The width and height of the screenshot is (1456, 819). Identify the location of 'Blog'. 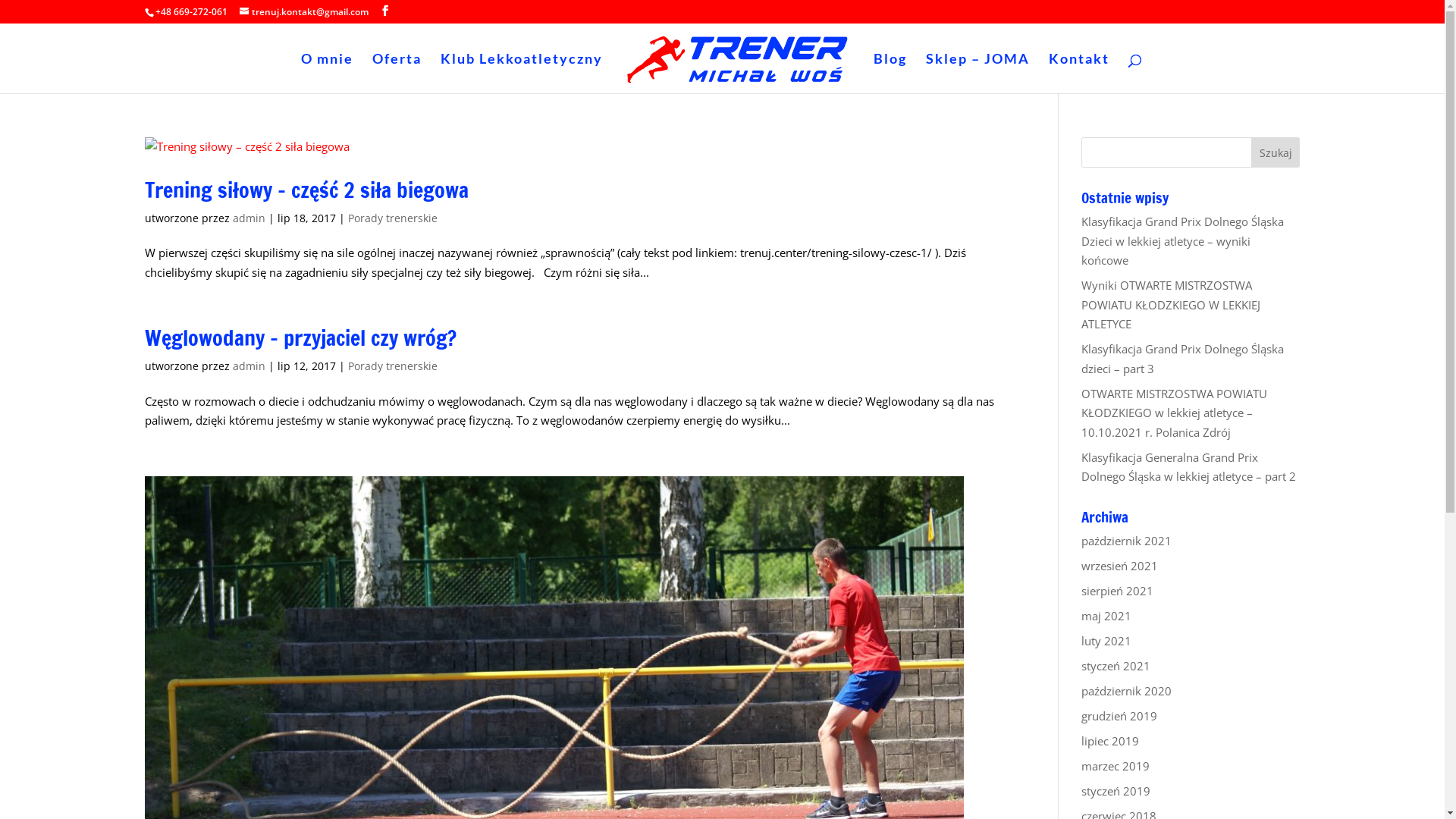
(890, 73).